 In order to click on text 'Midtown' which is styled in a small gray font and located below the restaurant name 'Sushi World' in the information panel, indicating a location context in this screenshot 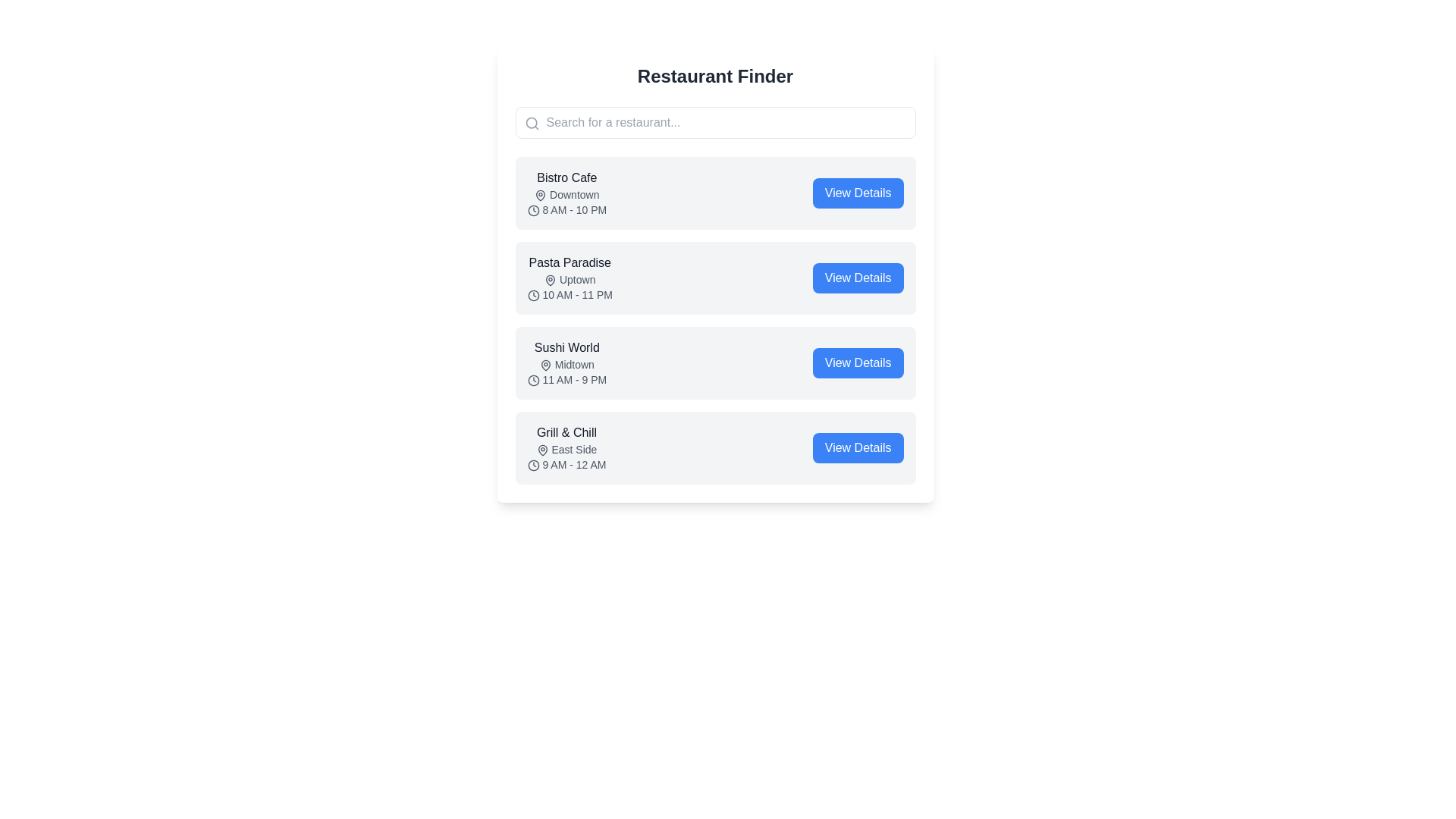, I will do `click(566, 365)`.